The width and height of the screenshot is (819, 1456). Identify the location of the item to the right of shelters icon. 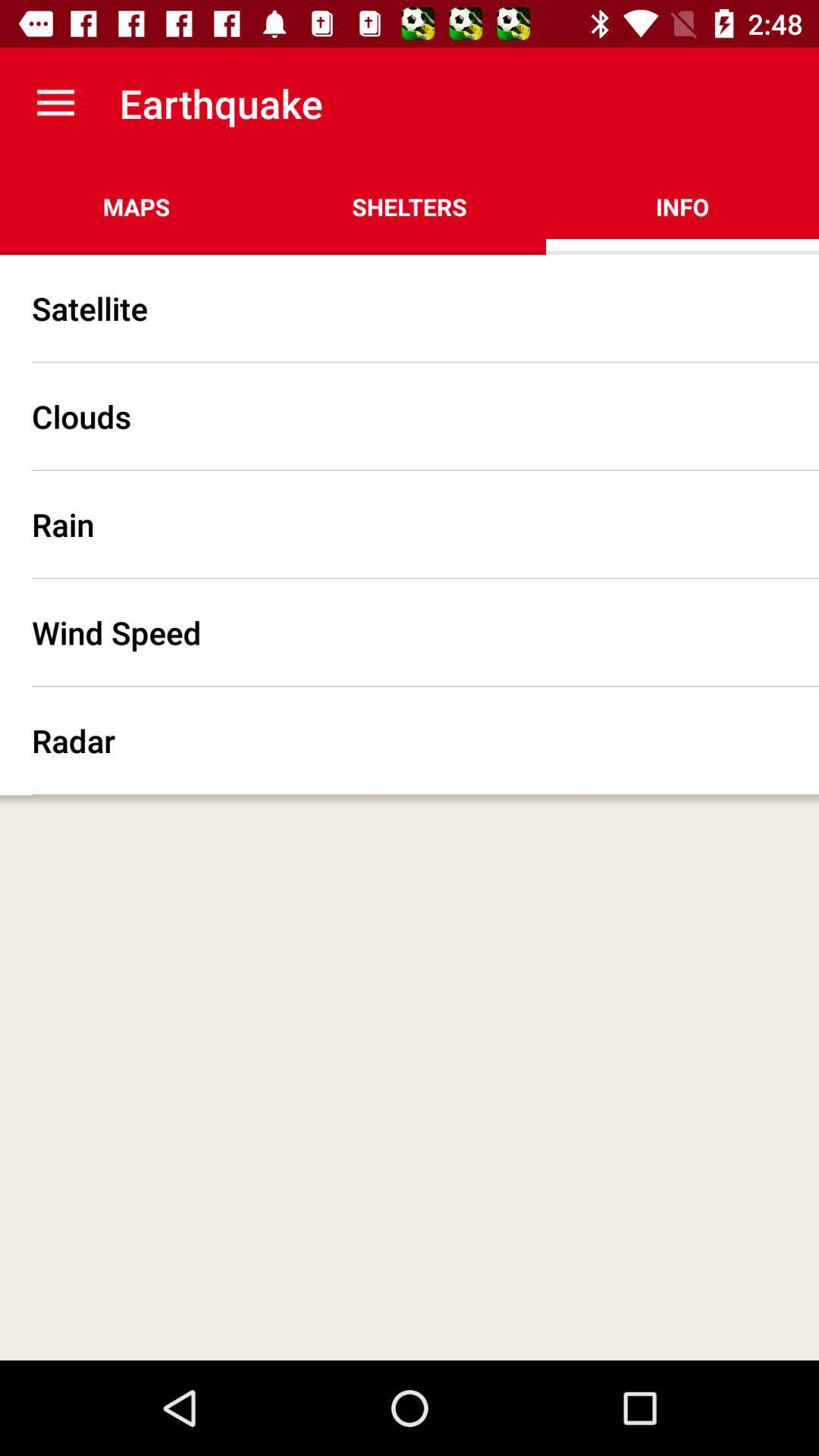
(681, 206).